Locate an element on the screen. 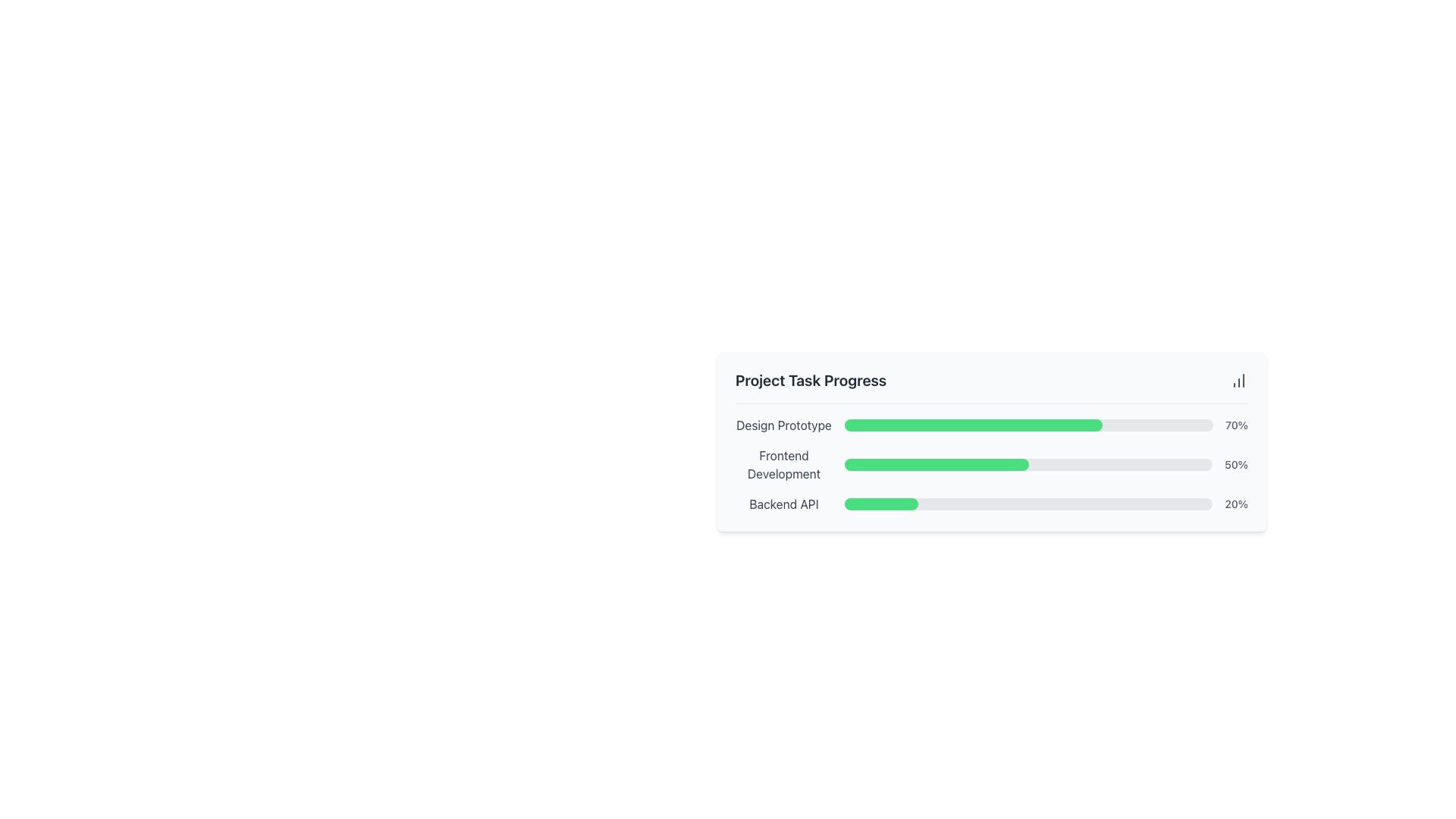  the Progress Bar indicating the completion percentage for the 'Frontend Development' task, which is located below the 'Design Prototype' progress bar and above the 'Backend API' progress bar is located at coordinates (992, 464).